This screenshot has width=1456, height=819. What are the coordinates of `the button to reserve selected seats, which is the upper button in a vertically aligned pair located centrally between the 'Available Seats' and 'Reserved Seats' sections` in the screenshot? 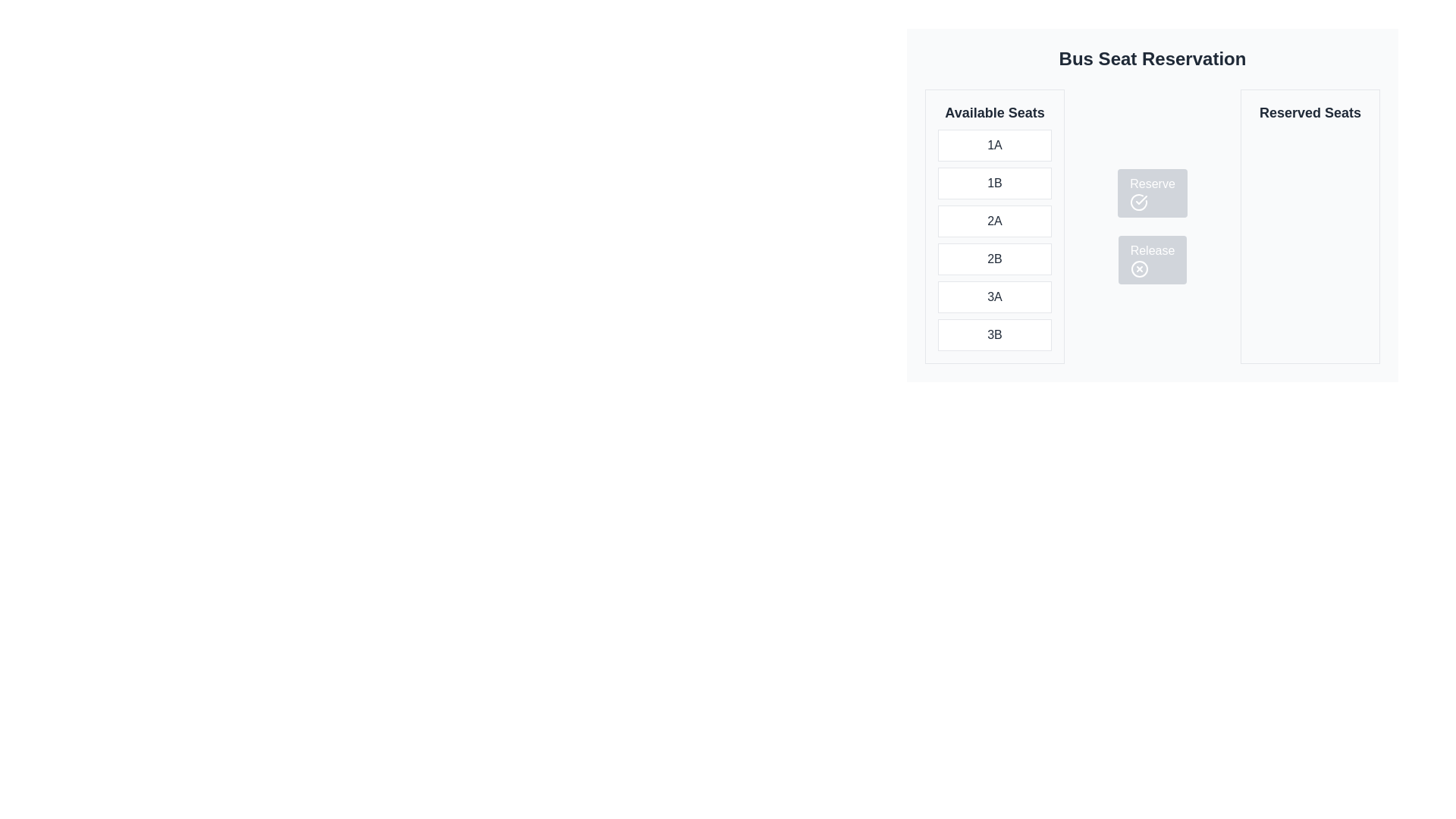 It's located at (1153, 205).